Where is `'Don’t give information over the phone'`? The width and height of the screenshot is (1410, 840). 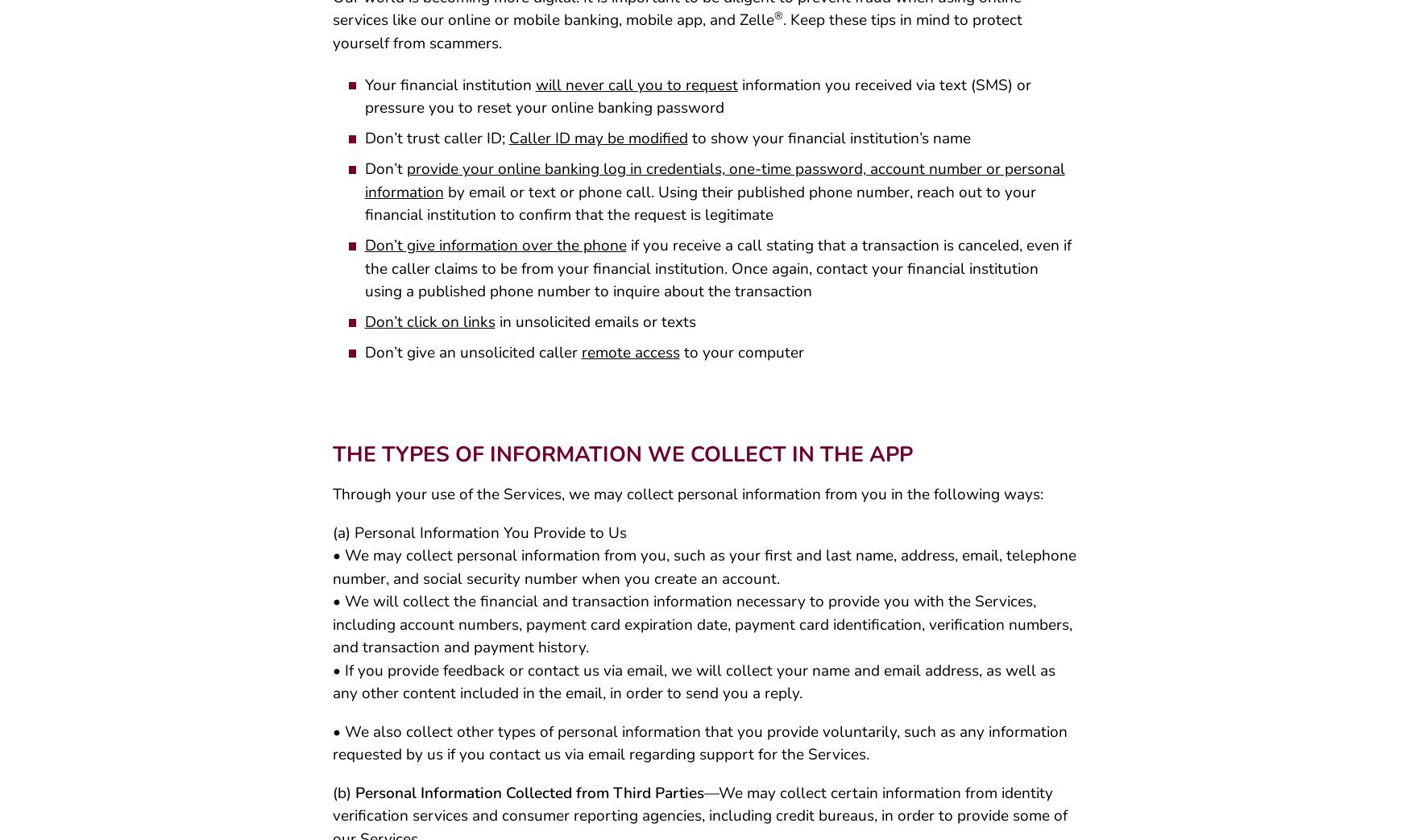
'Don’t give information over the phone' is located at coordinates (495, 251).